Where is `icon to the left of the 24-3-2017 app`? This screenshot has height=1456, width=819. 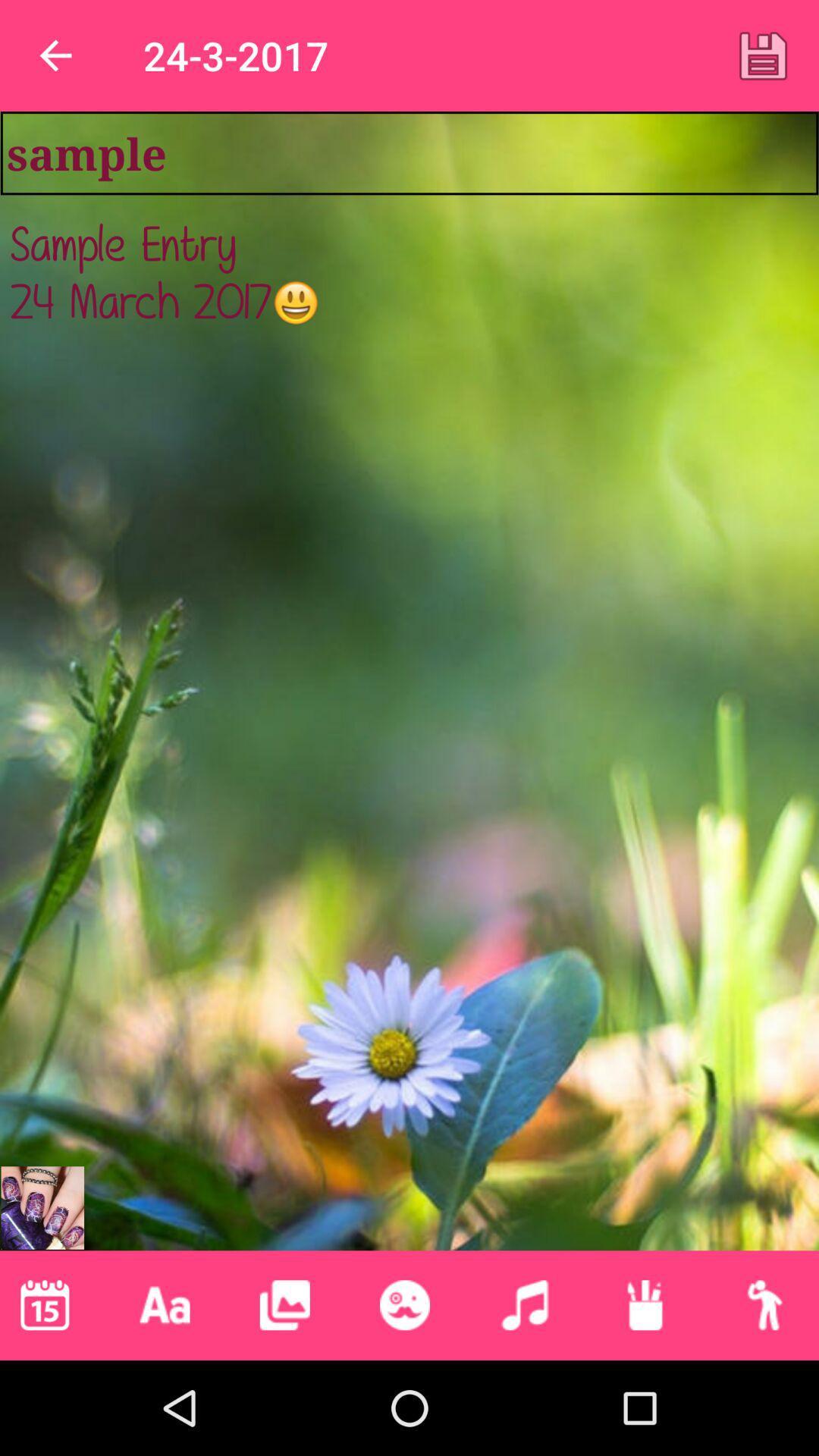
icon to the left of the 24-3-2017 app is located at coordinates (55, 55).